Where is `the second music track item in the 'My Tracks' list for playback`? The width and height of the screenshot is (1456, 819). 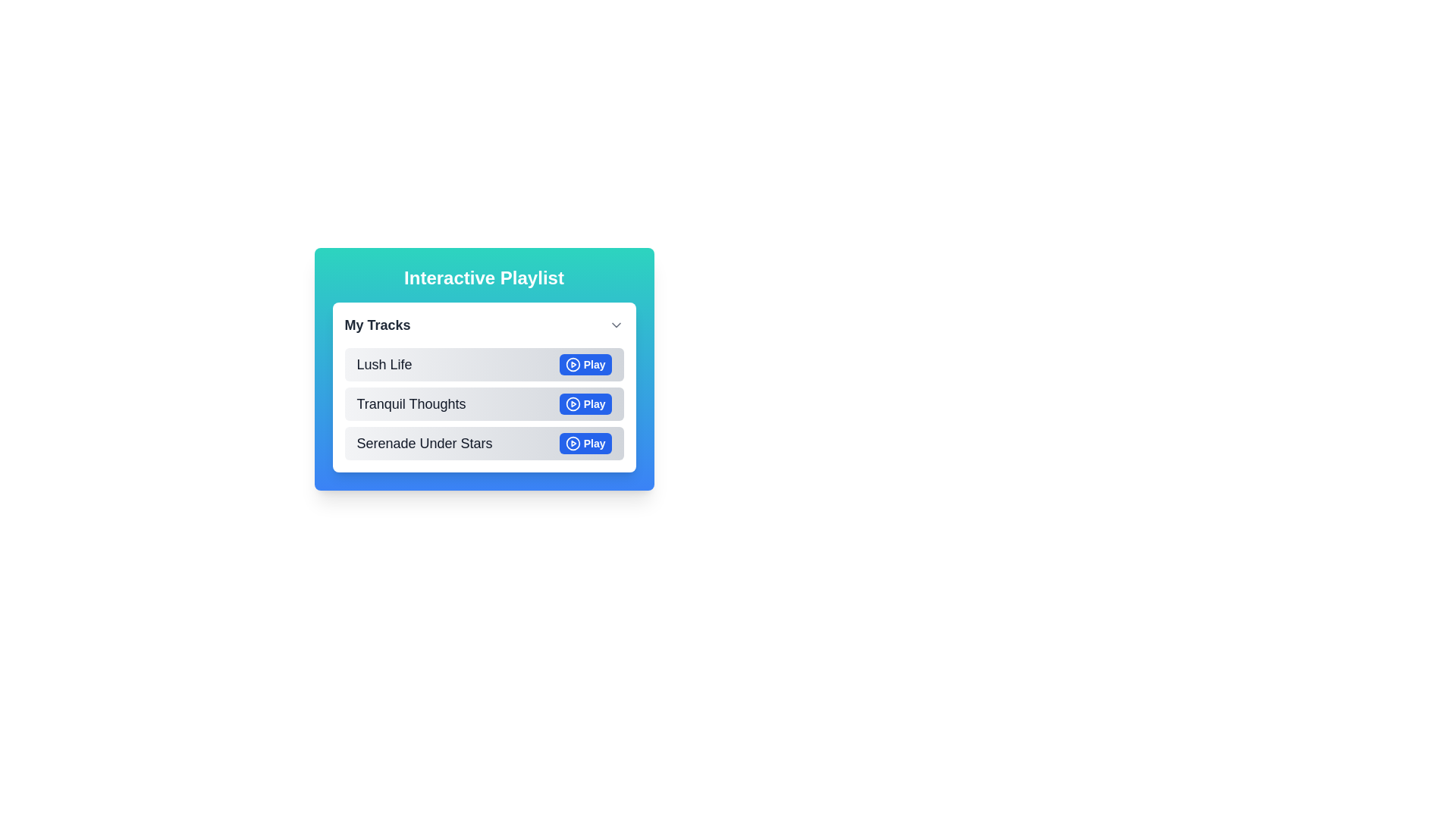 the second music track item in the 'My Tracks' list for playback is located at coordinates (483, 403).